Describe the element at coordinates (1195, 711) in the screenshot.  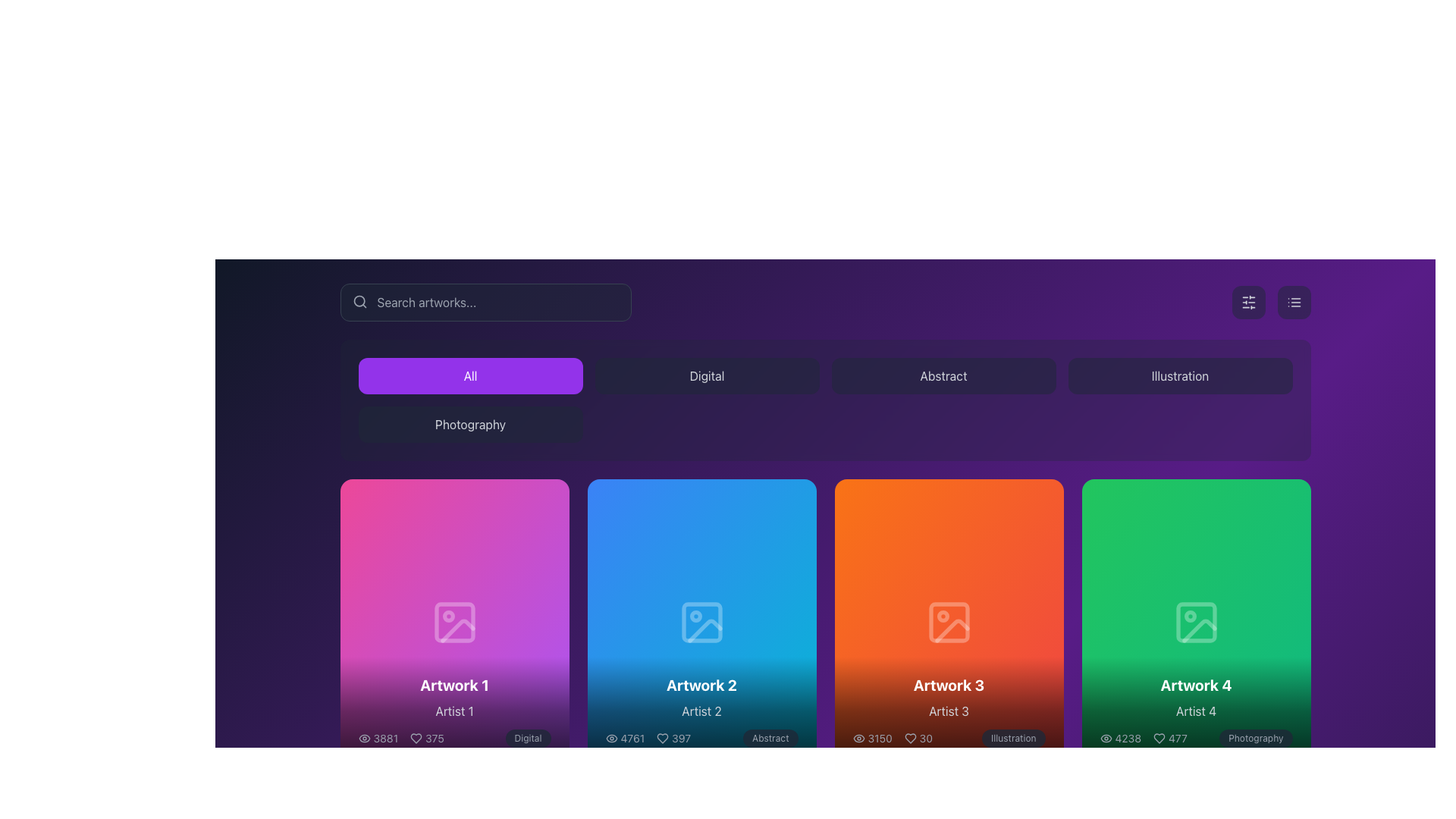
I see `the Informative panel displaying 'Artwork 4' with associated icons and text at the bottom of the card` at that location.